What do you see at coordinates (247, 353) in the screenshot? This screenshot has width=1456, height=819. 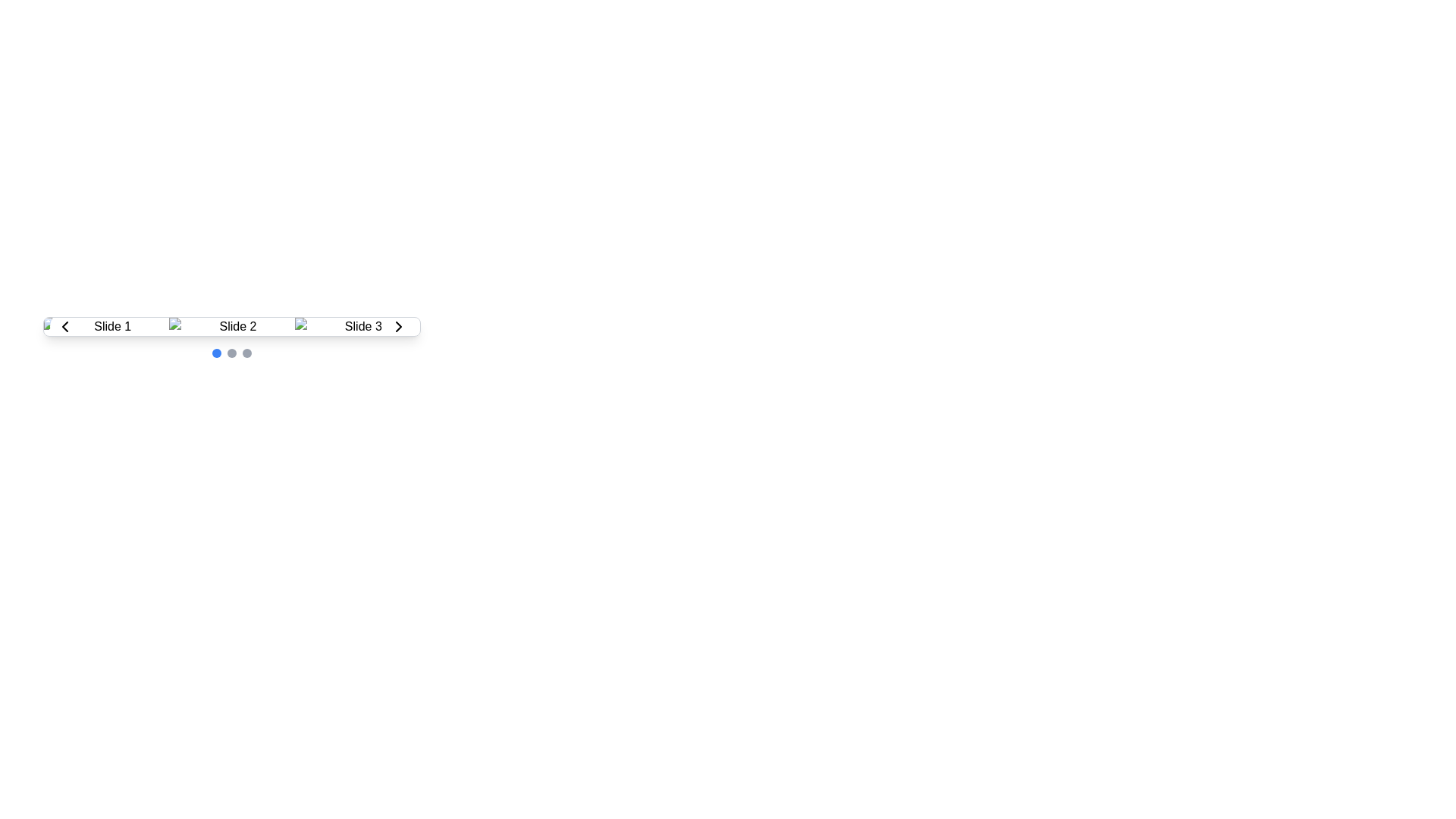 I see `the third pagination dot located below the main content area` at bounding box center [247, 353].